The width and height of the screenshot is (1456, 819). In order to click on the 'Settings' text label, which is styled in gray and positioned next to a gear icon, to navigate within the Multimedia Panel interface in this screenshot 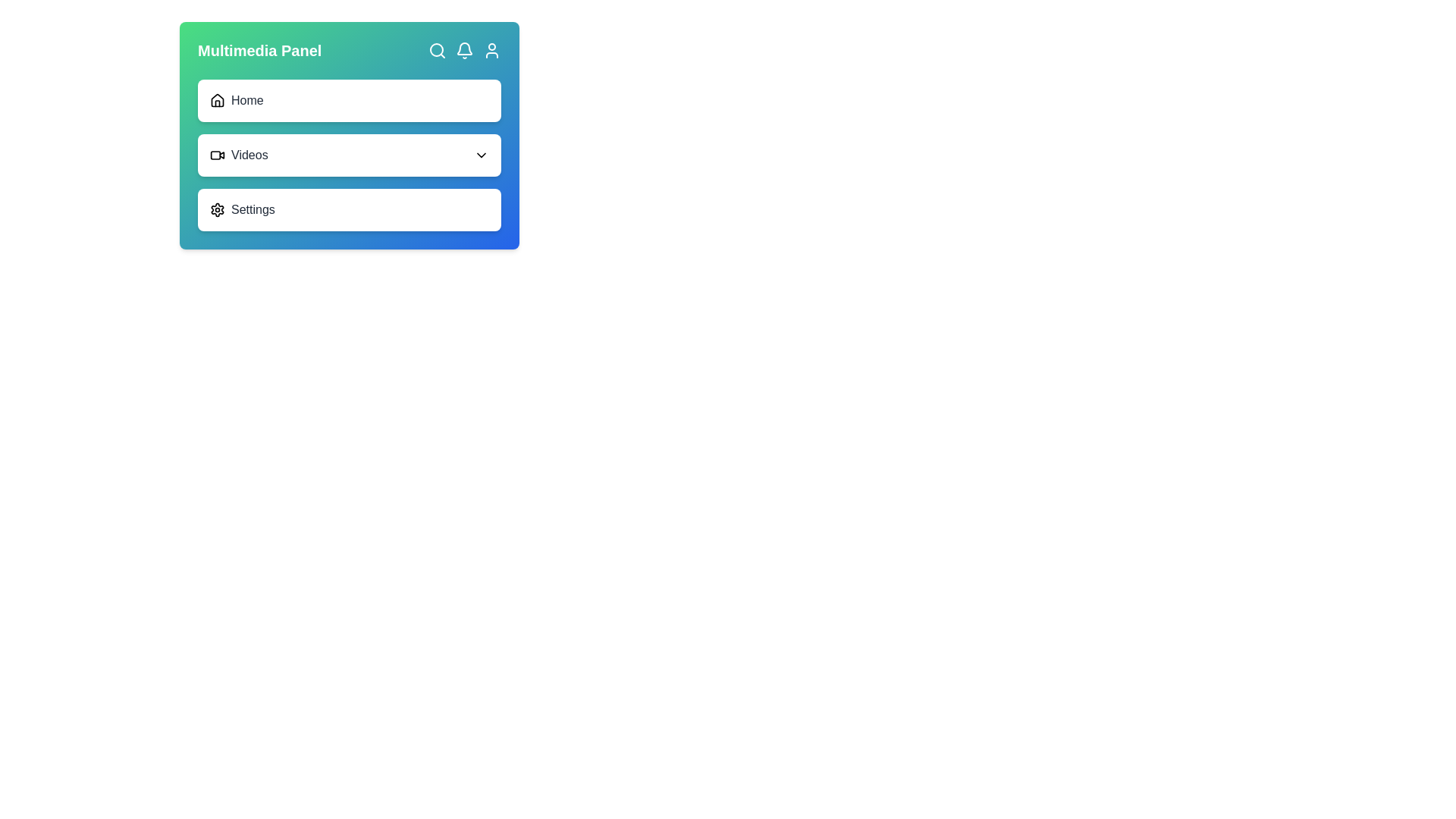, I will do `click(253, 210)`.